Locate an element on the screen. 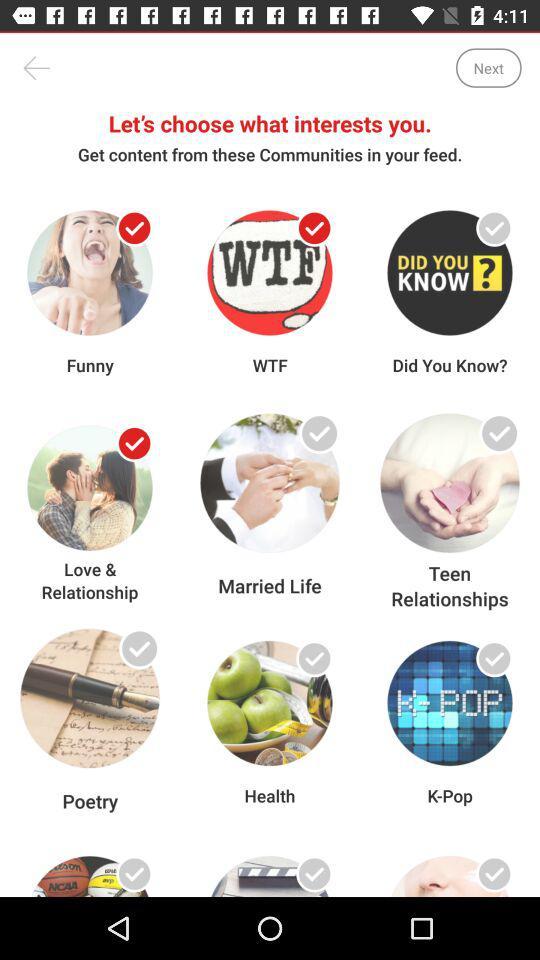  go do sealet is located at coordinates (314, 443).